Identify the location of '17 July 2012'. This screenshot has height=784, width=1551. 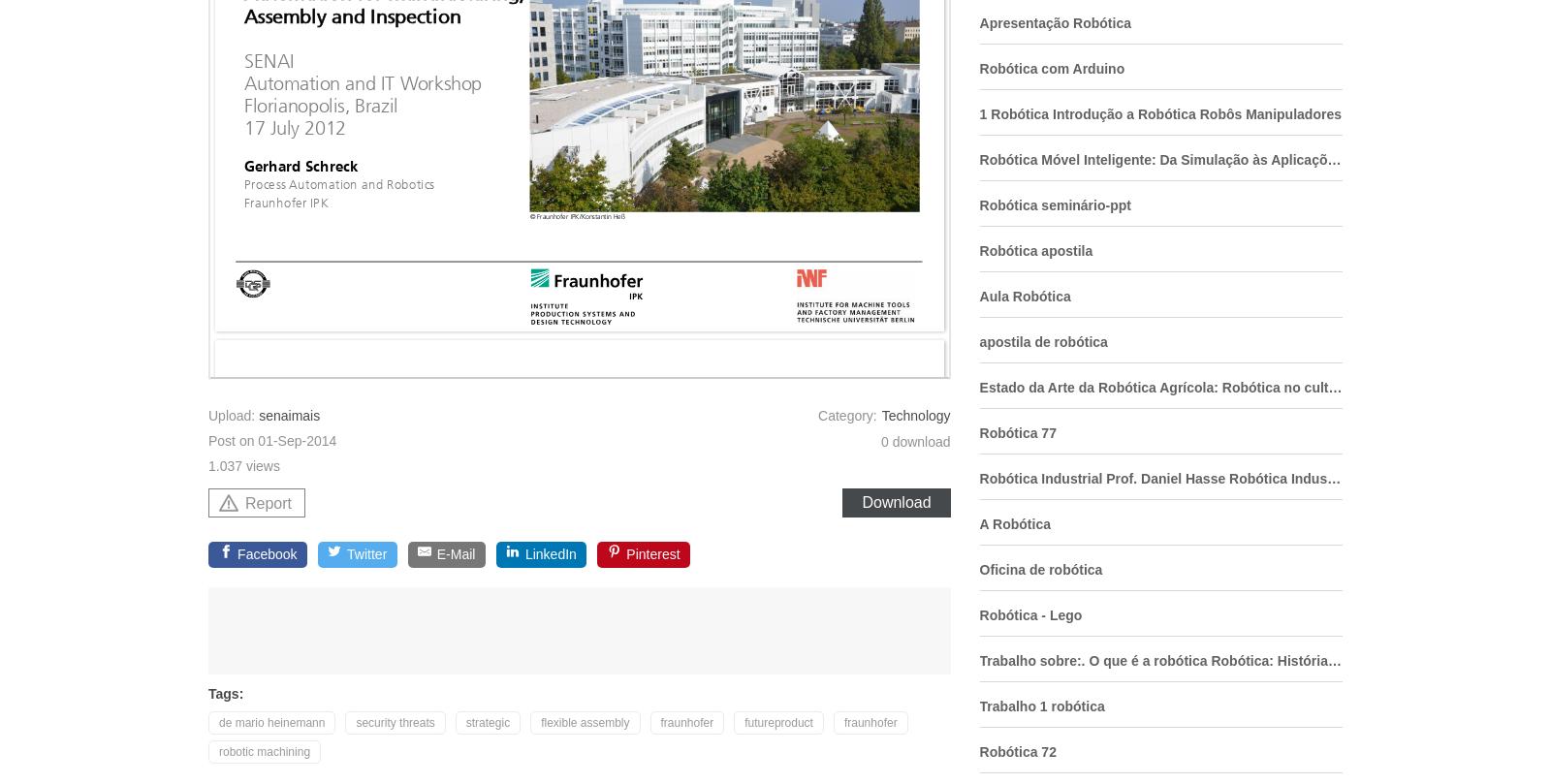
(244, 128).